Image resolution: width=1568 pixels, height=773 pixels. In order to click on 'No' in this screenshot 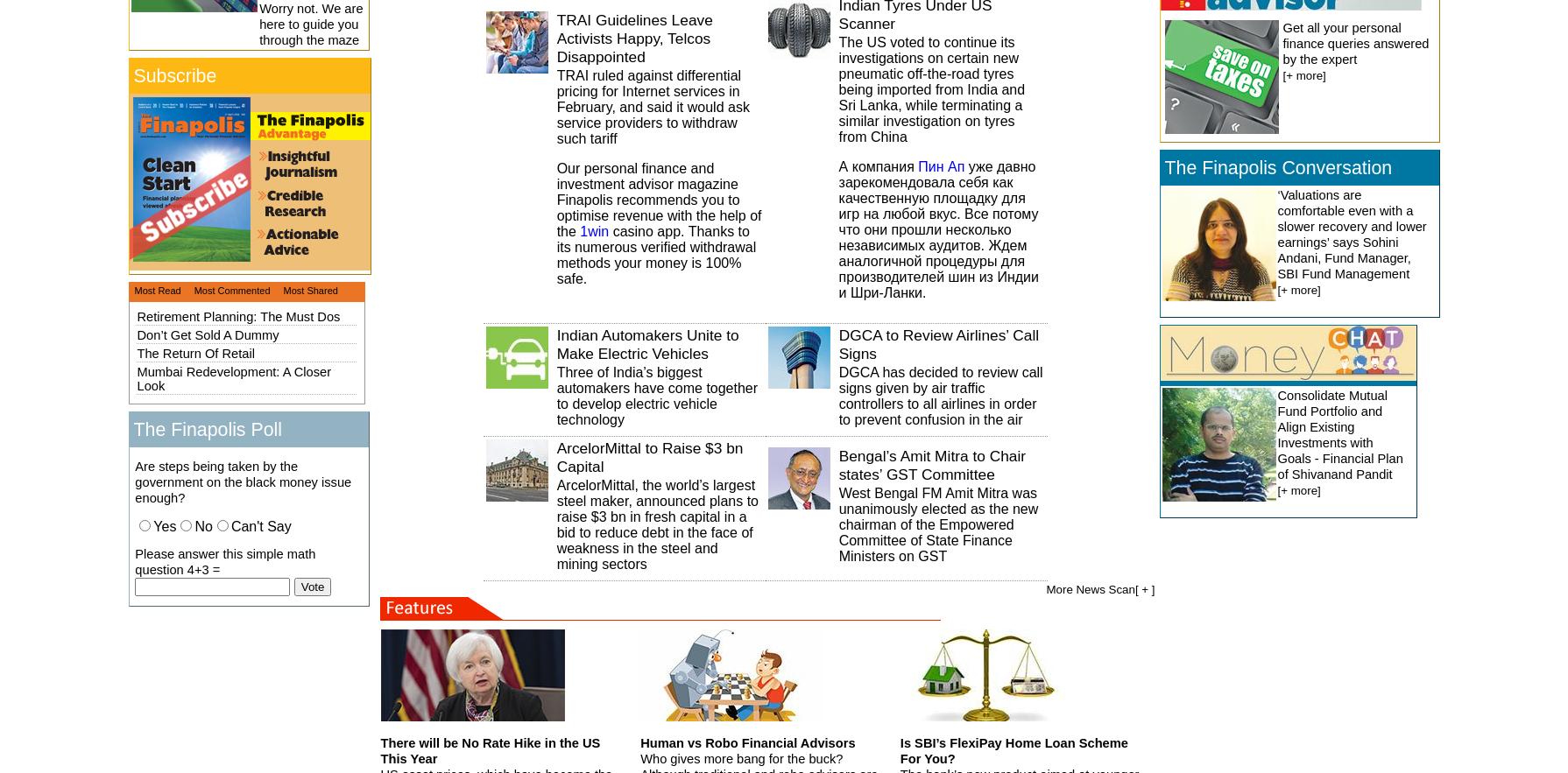, I will do `click(202, 525)`.